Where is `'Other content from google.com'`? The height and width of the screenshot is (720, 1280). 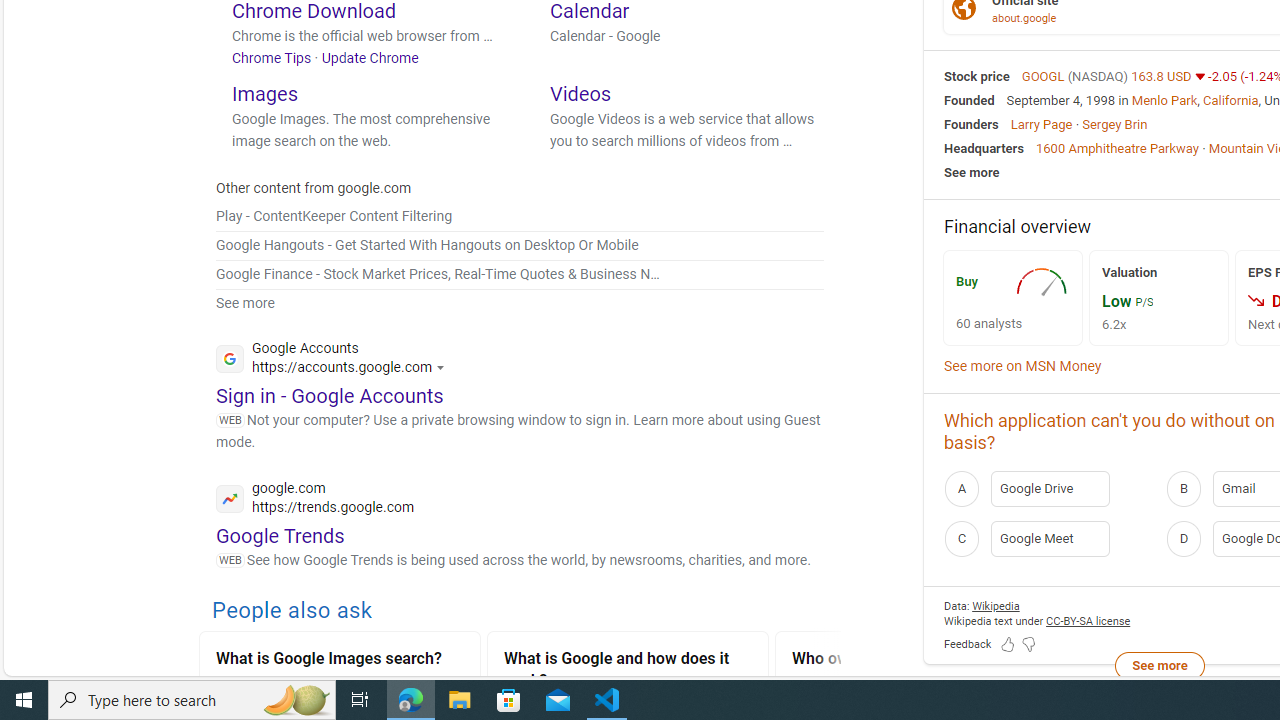
'Other content from google.com' is located at coordinates (313, 188).